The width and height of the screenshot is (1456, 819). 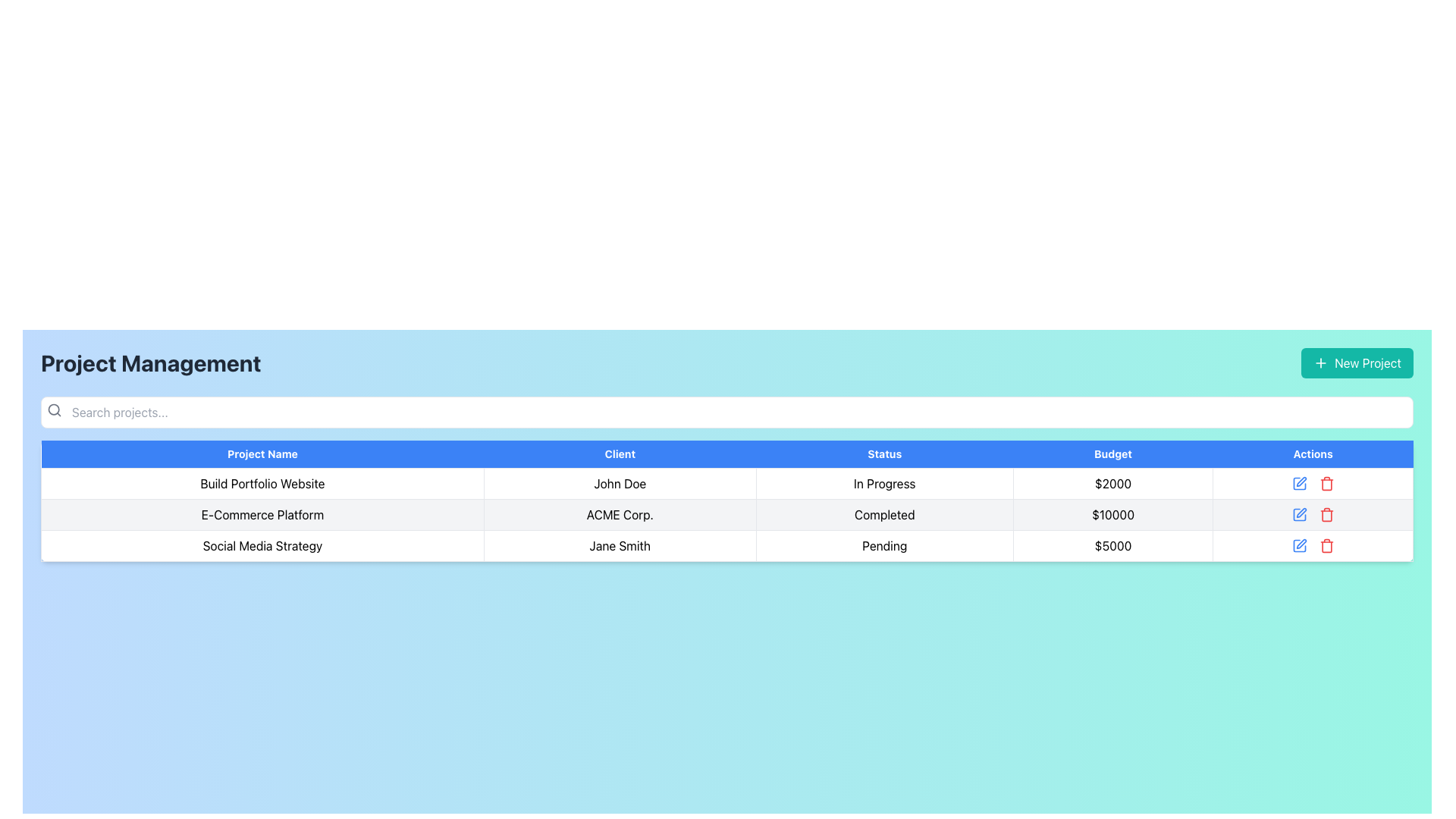 What do you see at coordinates (1298, 513) in the screenshot?
I see `the edit button (icon-based) located in the second row of the Actions column in the table to initiate the edit action` at bounding box center [1298, 513].